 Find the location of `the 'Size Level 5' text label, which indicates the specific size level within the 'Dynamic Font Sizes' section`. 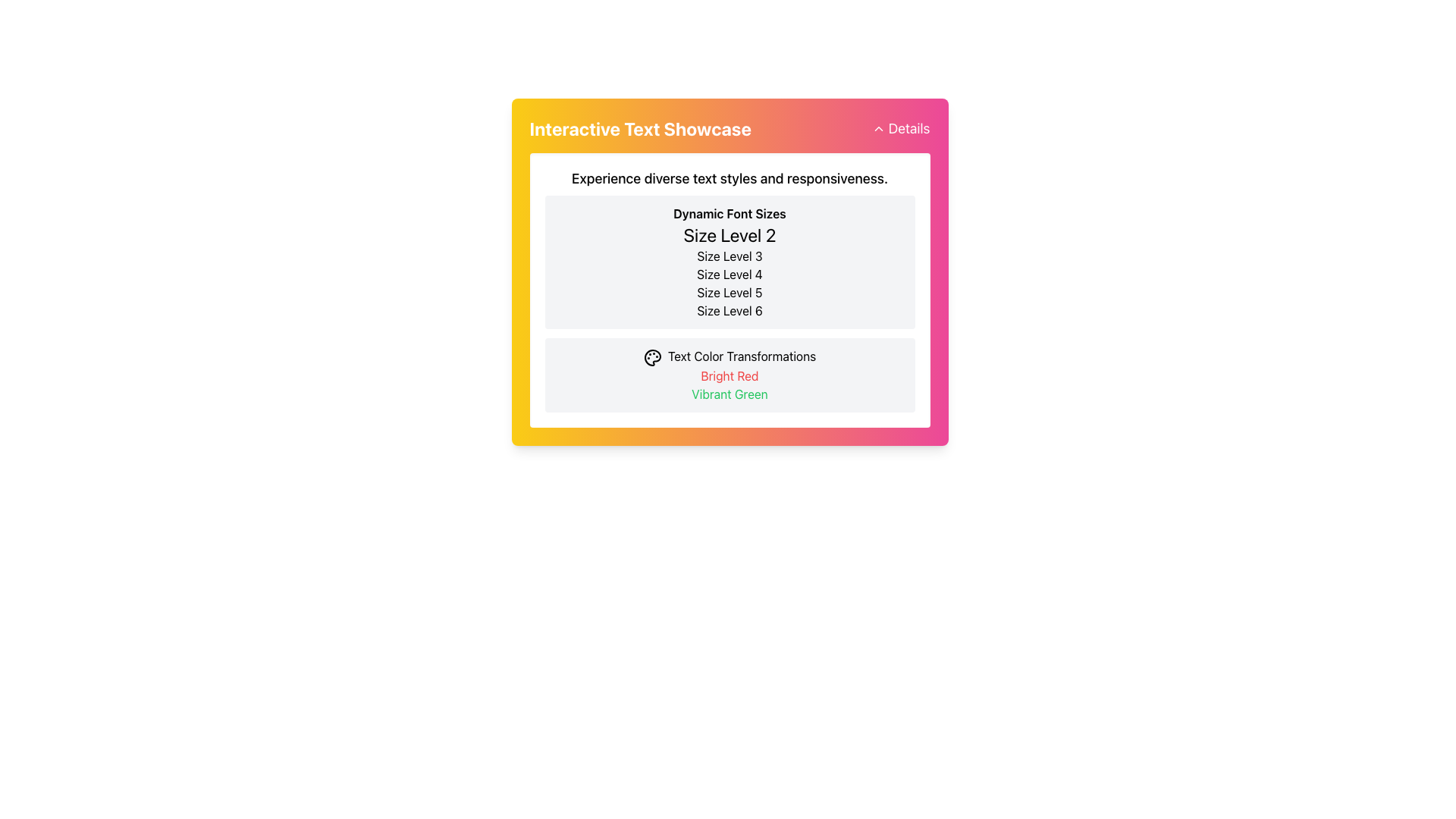

the 'Size Level 5' text label, which indicates the specific size level within the 'Dynamic Font Sizes' section is located at coordinates (730, 292).